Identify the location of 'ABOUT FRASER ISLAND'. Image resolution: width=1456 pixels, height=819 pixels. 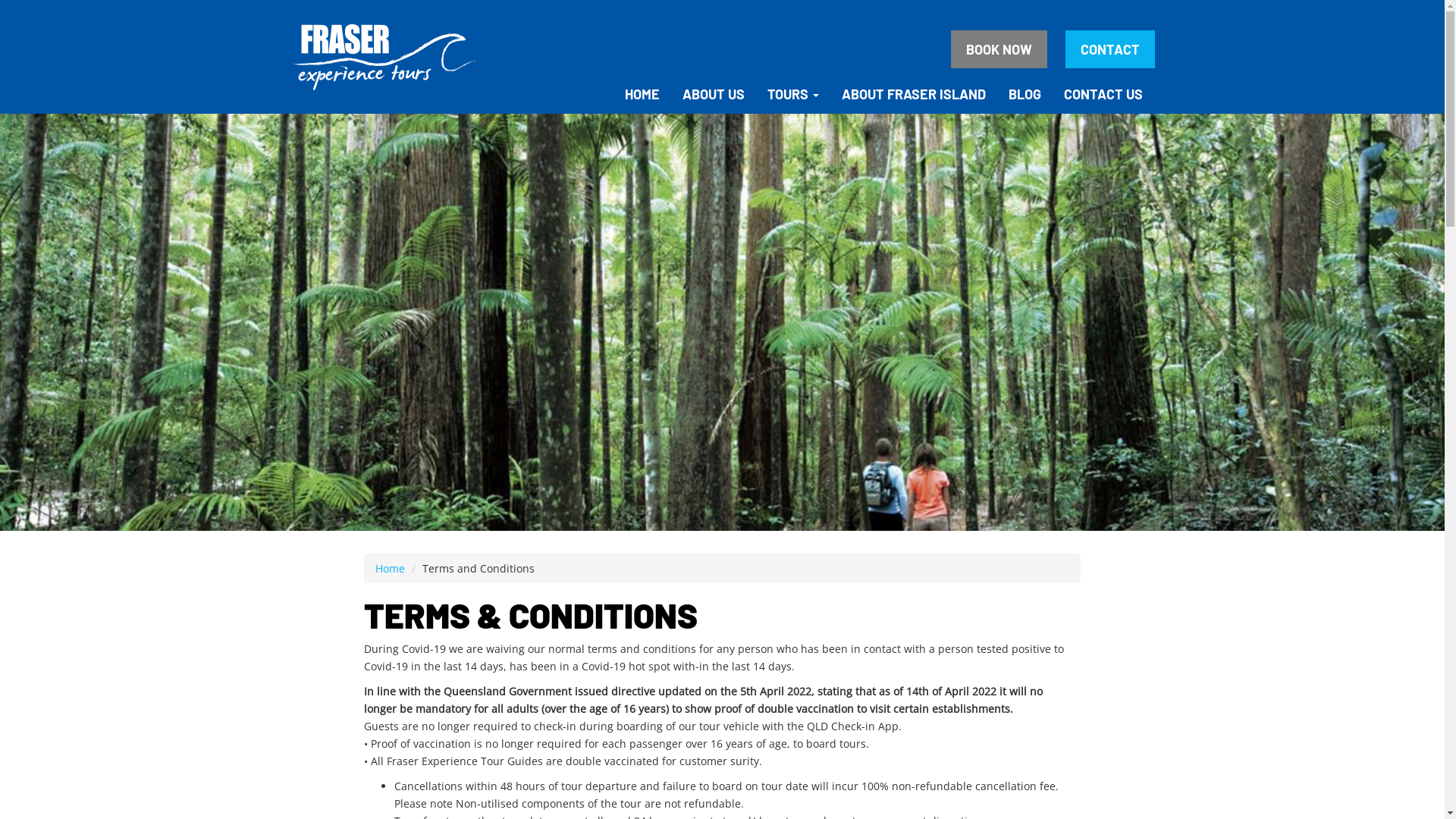
(829, 93).